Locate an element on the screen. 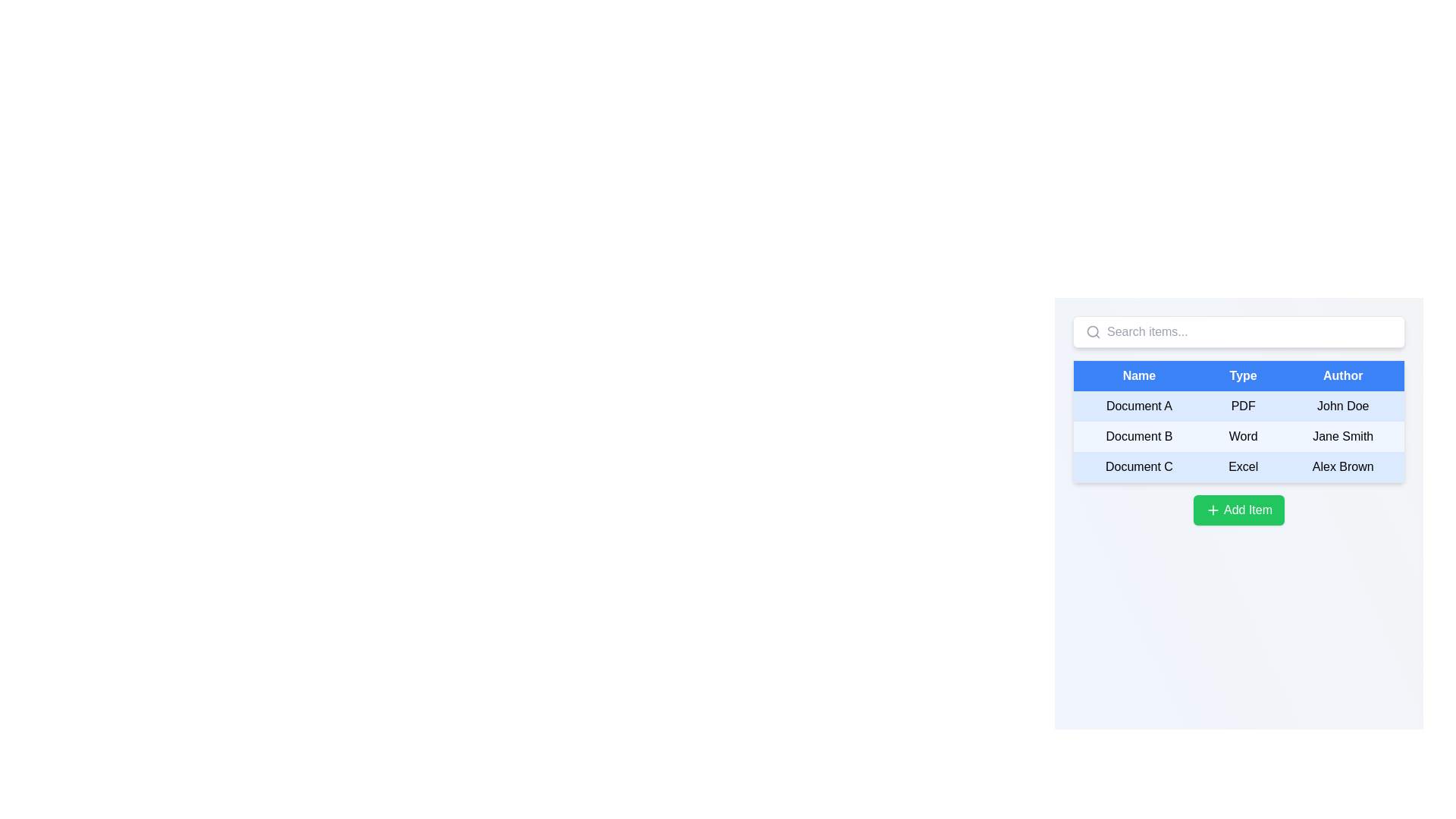 This screenshot has height=819, width=1456. the 'Add New Item' button located below the list of documents, centered horizontally at the lower region of the visible area is located at coordinates (1238, 510).